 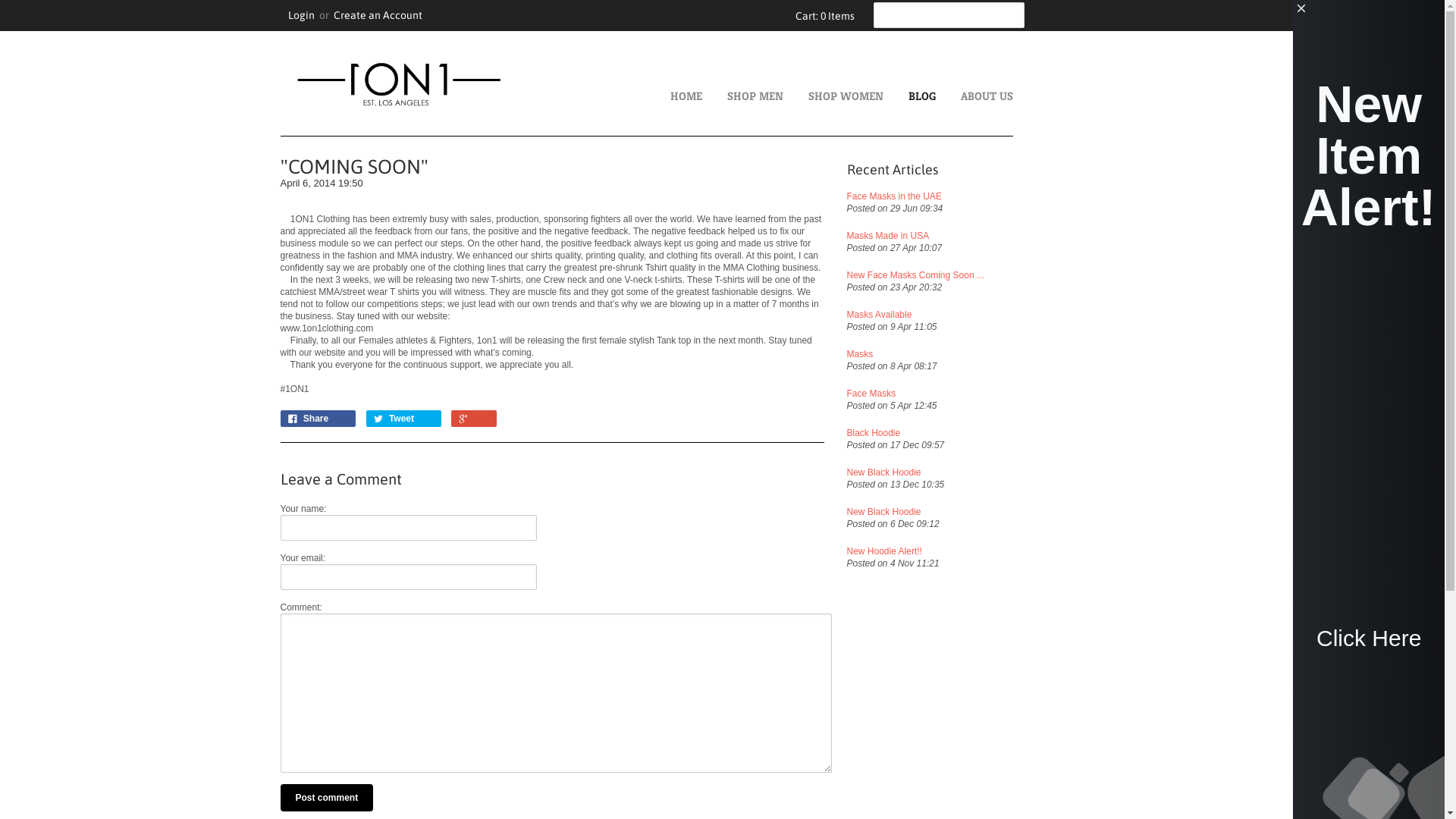 I want to click on 'BLOG', so click(x=960, y=96).